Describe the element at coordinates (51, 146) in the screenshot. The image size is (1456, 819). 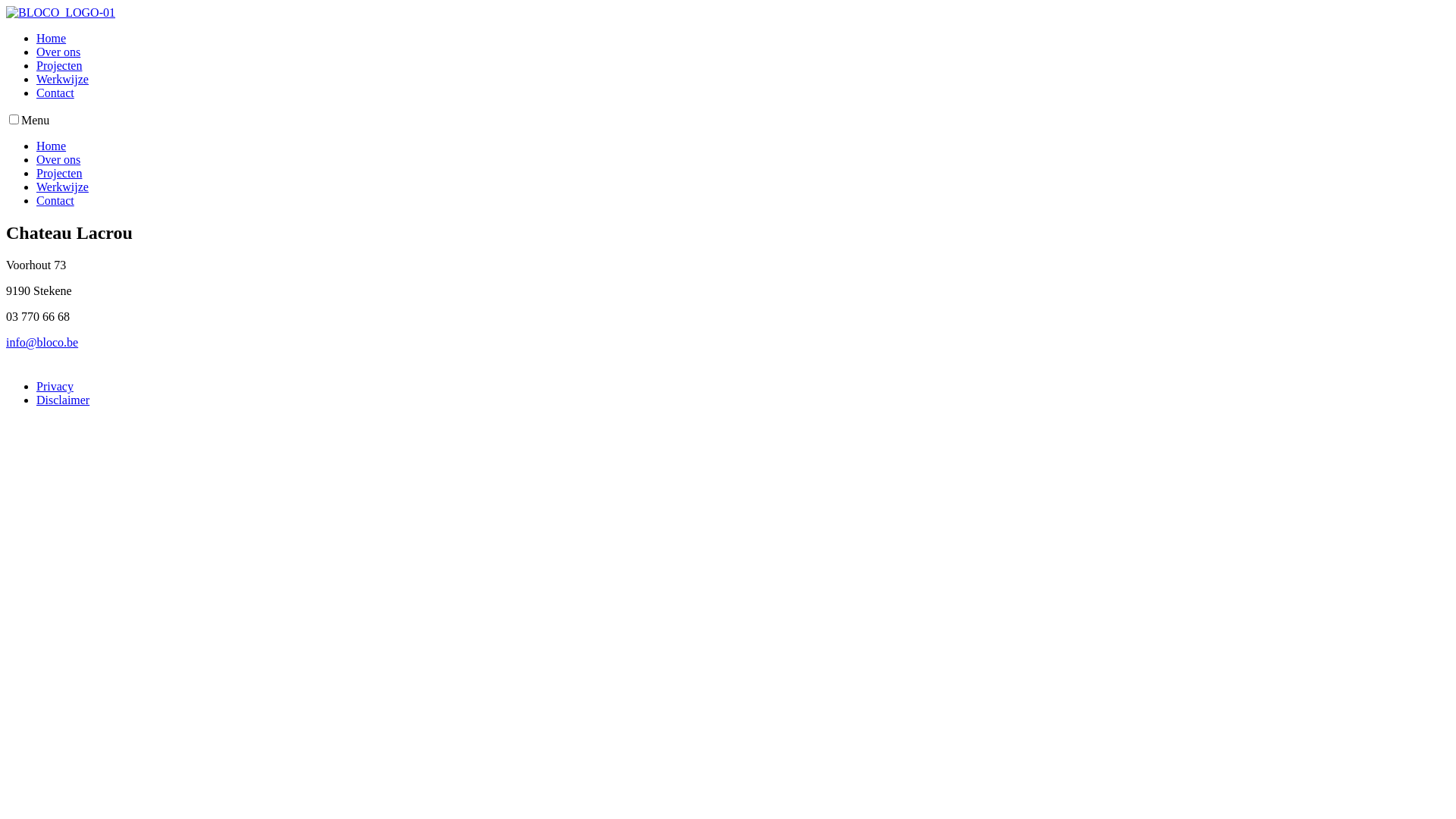
I see `'Home'` at that location.